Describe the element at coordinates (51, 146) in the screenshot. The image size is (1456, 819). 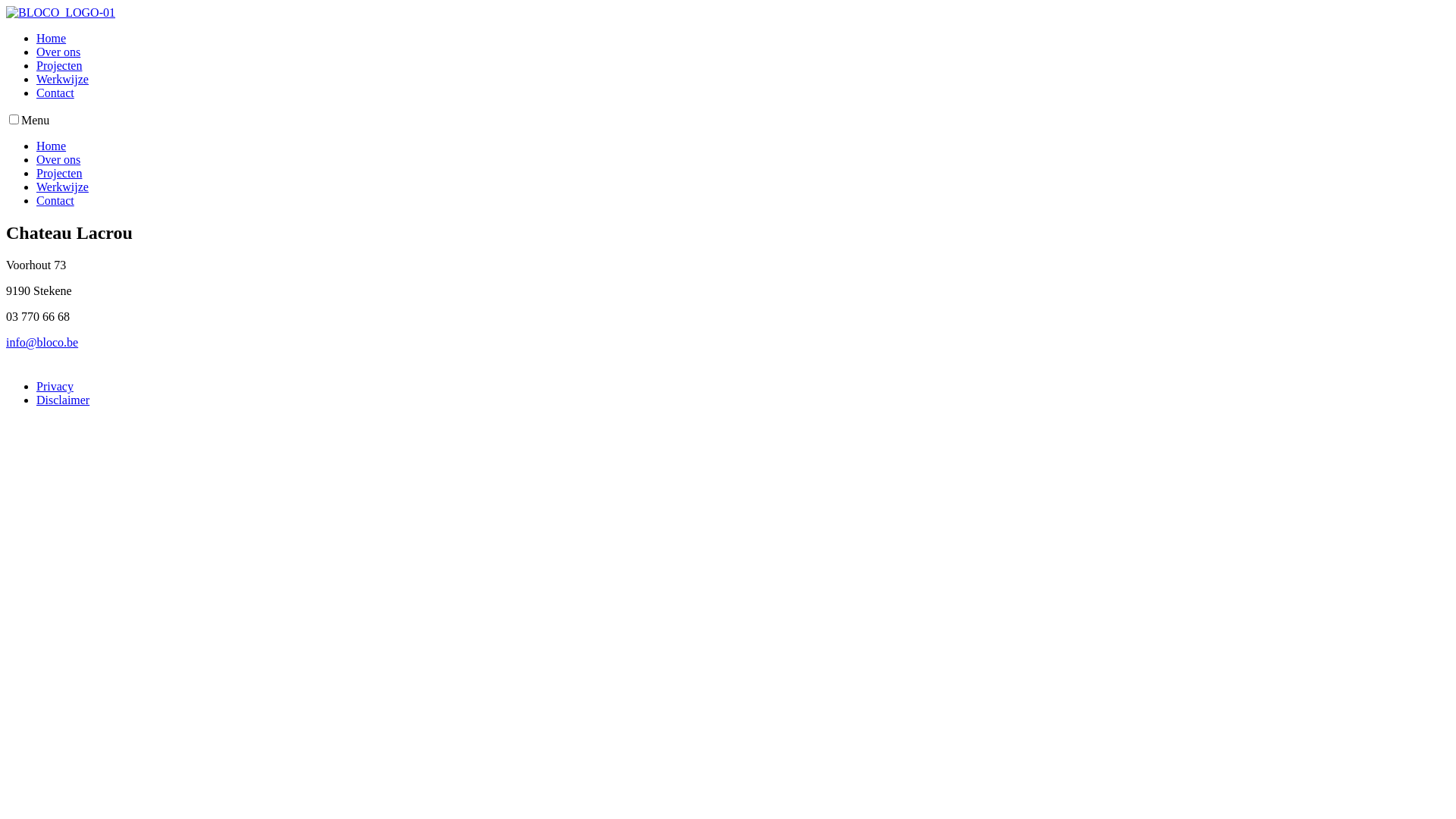
I see `'Home'` at that location.